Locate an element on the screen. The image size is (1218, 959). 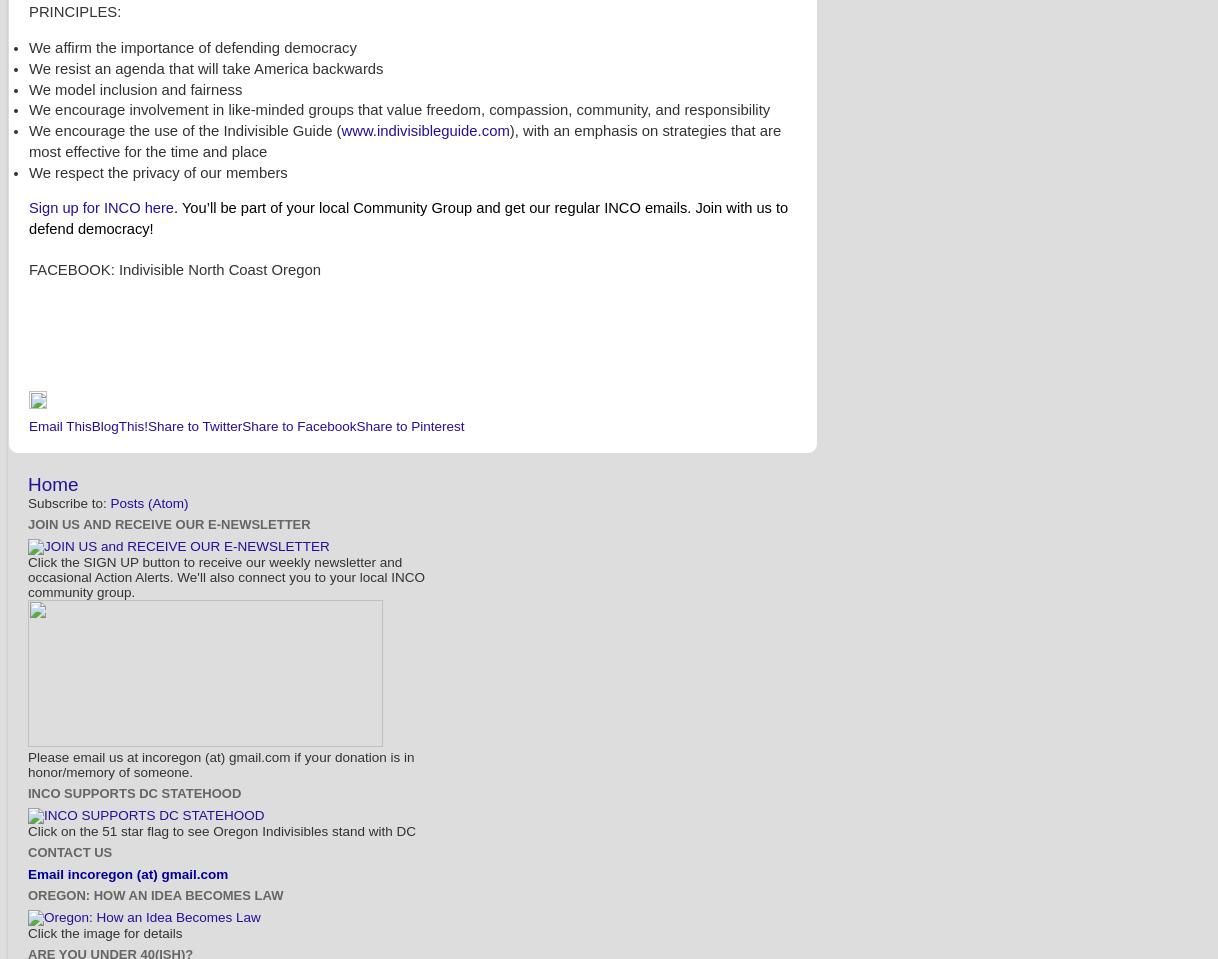
'We model inclusion and fairness' is located at coordinates (28, 88).